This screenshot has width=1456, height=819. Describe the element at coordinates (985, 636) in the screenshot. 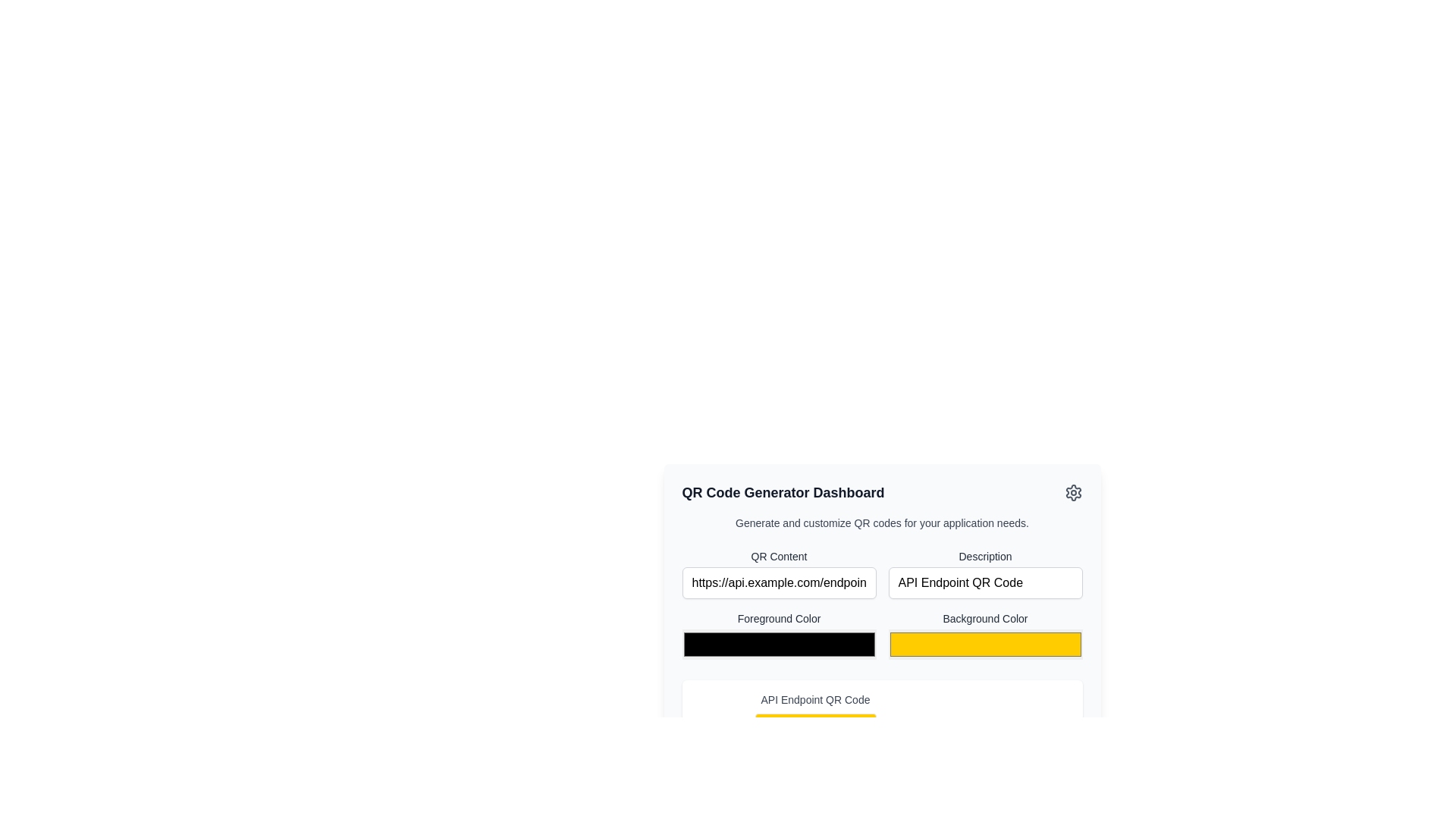

I see `the Color picker component labeled 'Background Color'` at that location.